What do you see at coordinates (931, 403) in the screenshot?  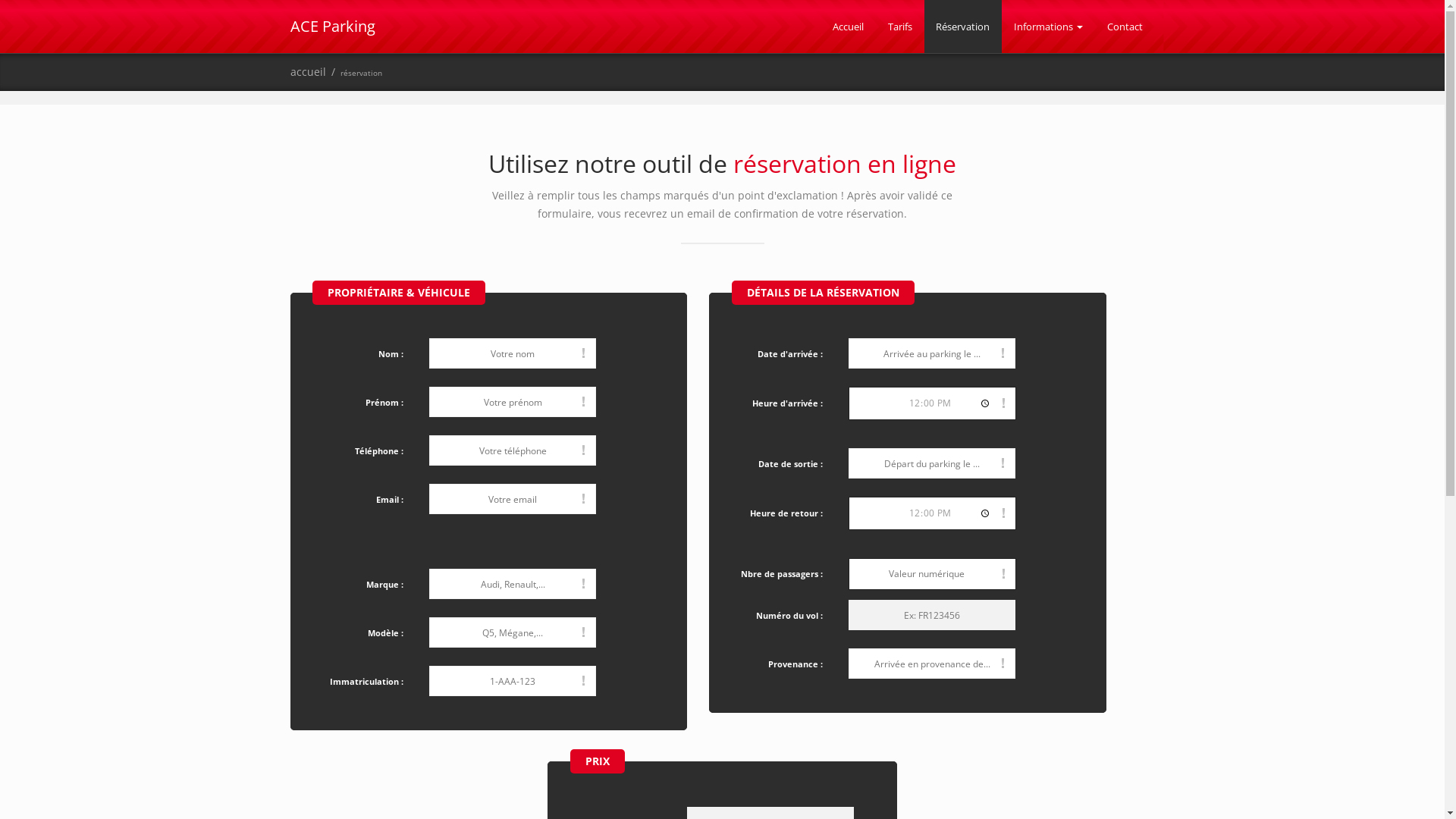 I see `'12:00'` at bounding box center [931, 403].